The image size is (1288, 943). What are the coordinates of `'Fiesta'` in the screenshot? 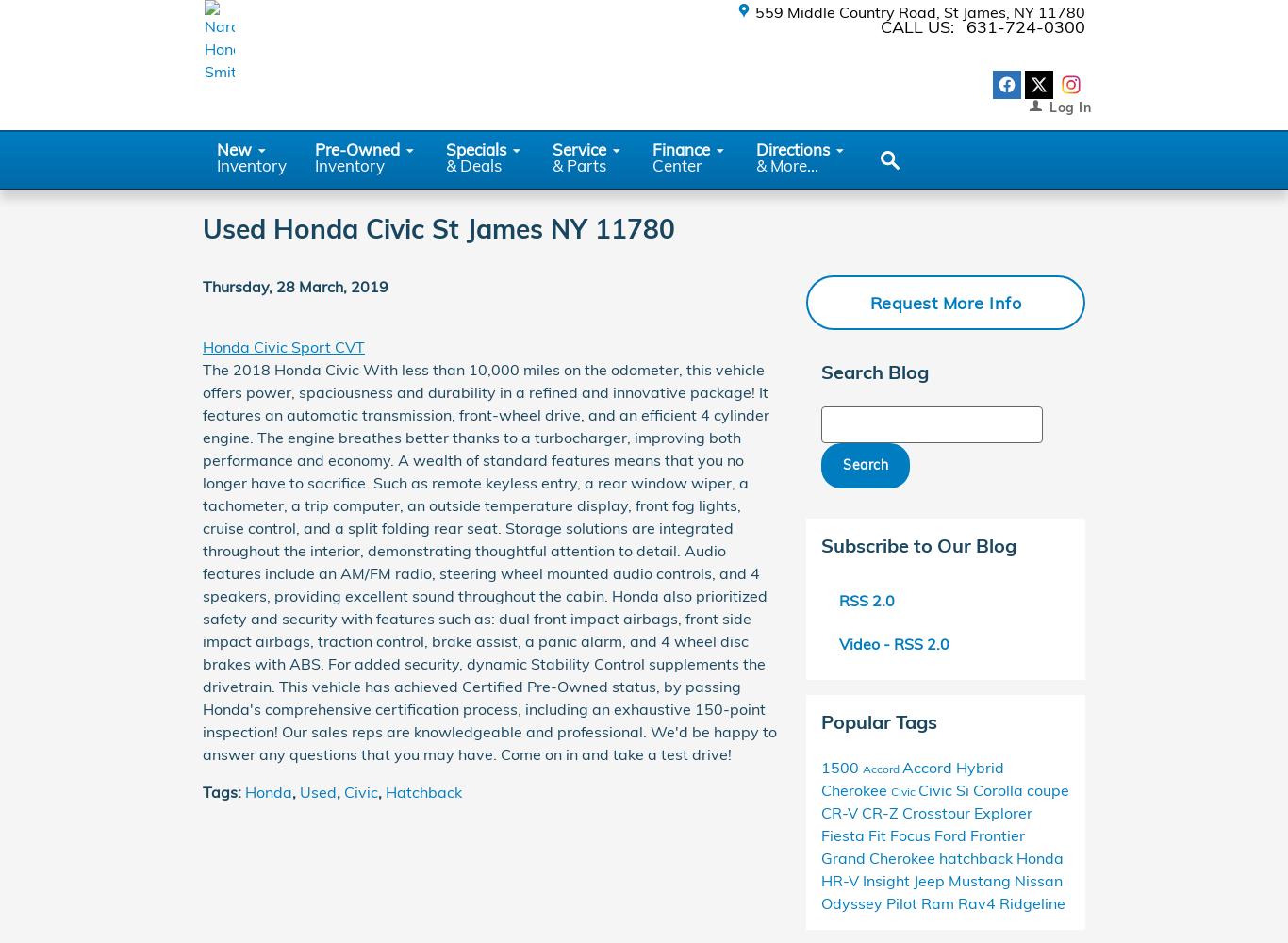 It's located at (843, 835).